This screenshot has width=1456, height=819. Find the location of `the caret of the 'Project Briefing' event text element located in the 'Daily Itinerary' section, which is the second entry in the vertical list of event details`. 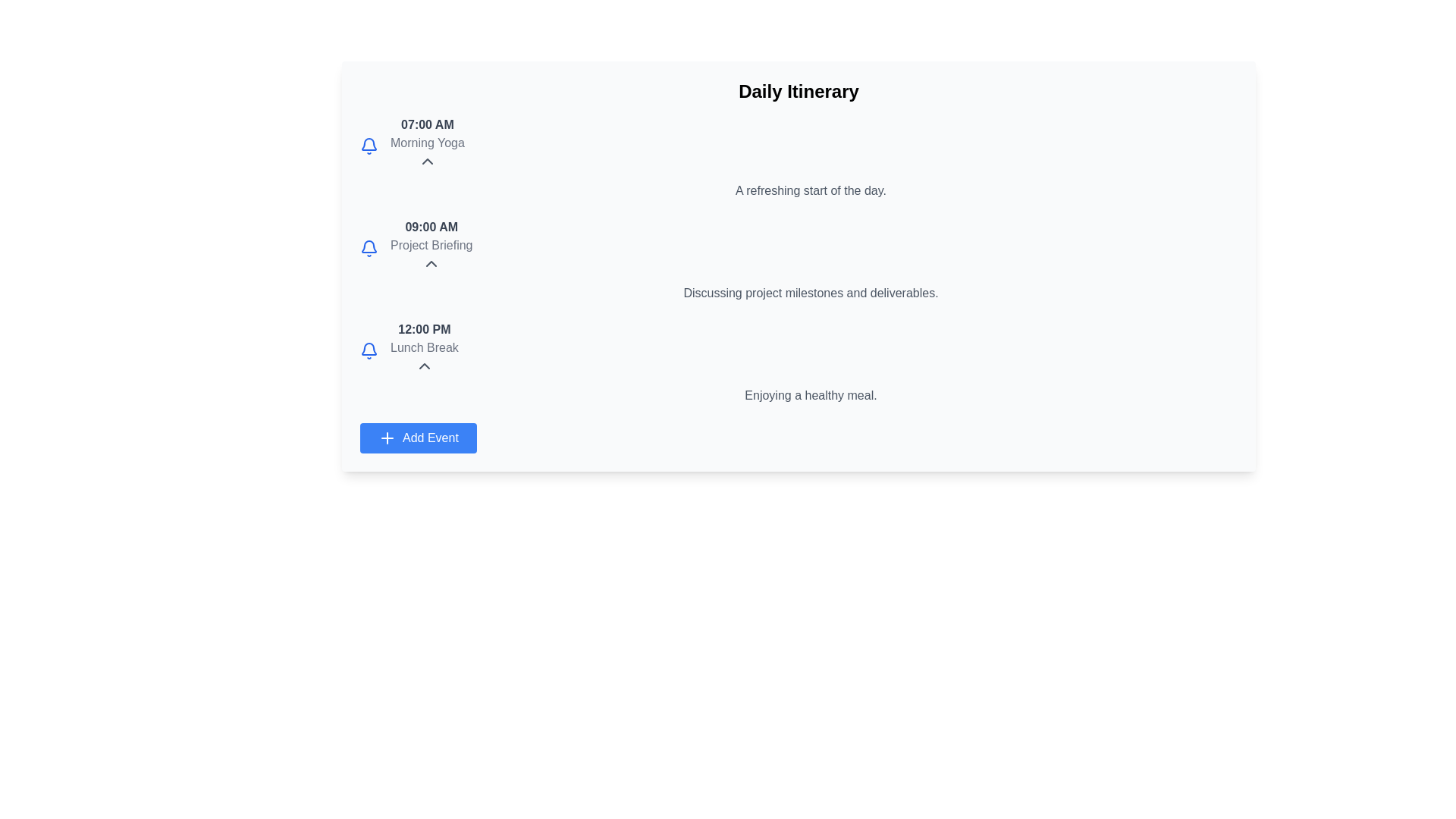

the caret of the 'Project Briefing' event text element located in the 'Daily Itinerary' section, which is the second entry in the vertical list of event details is located at coordinates (431, 247).